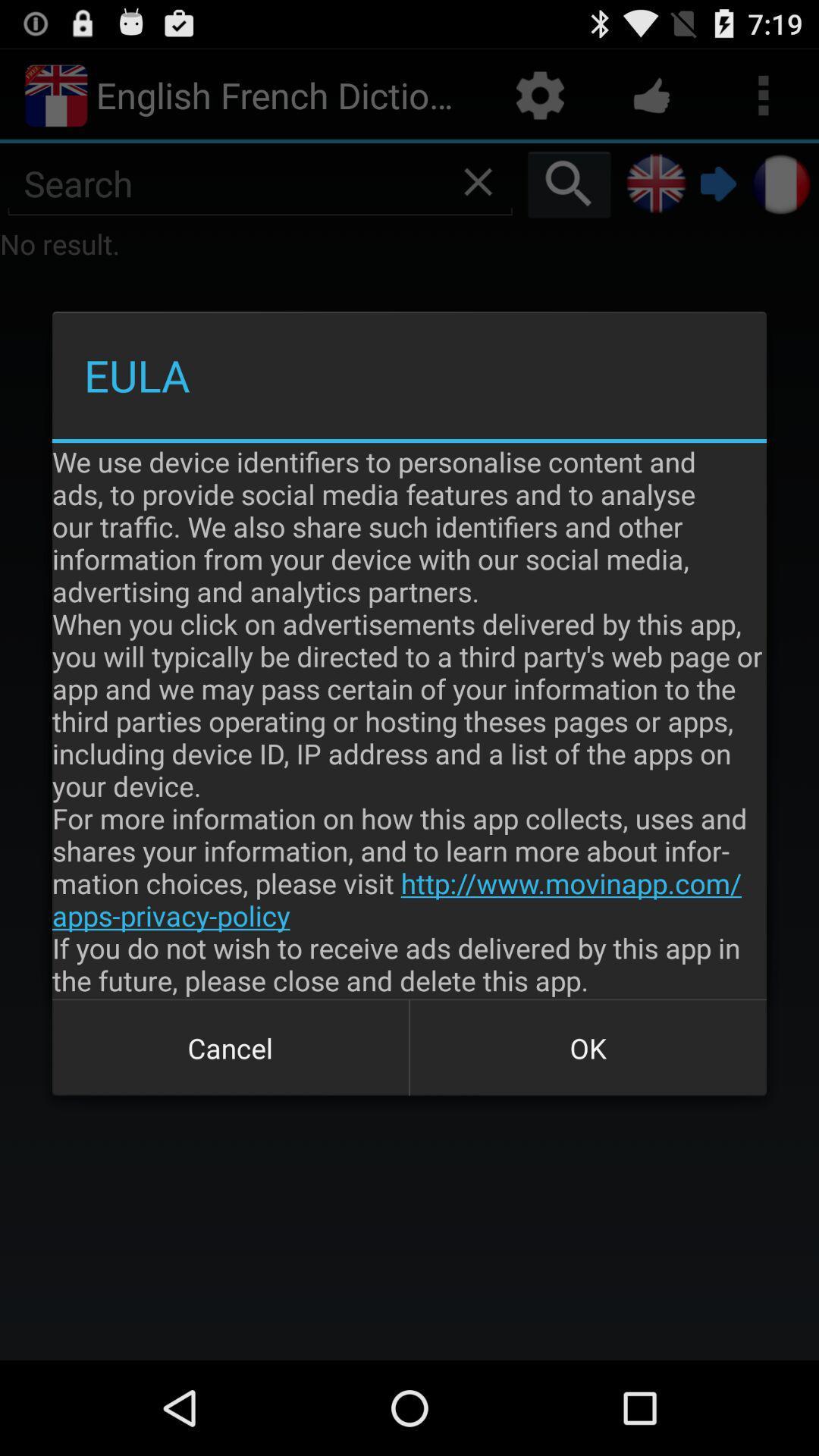  What do you see at coordinates (409, 720) in the screenshot?
I see `the we use device item` at bounding box center [409, 720].